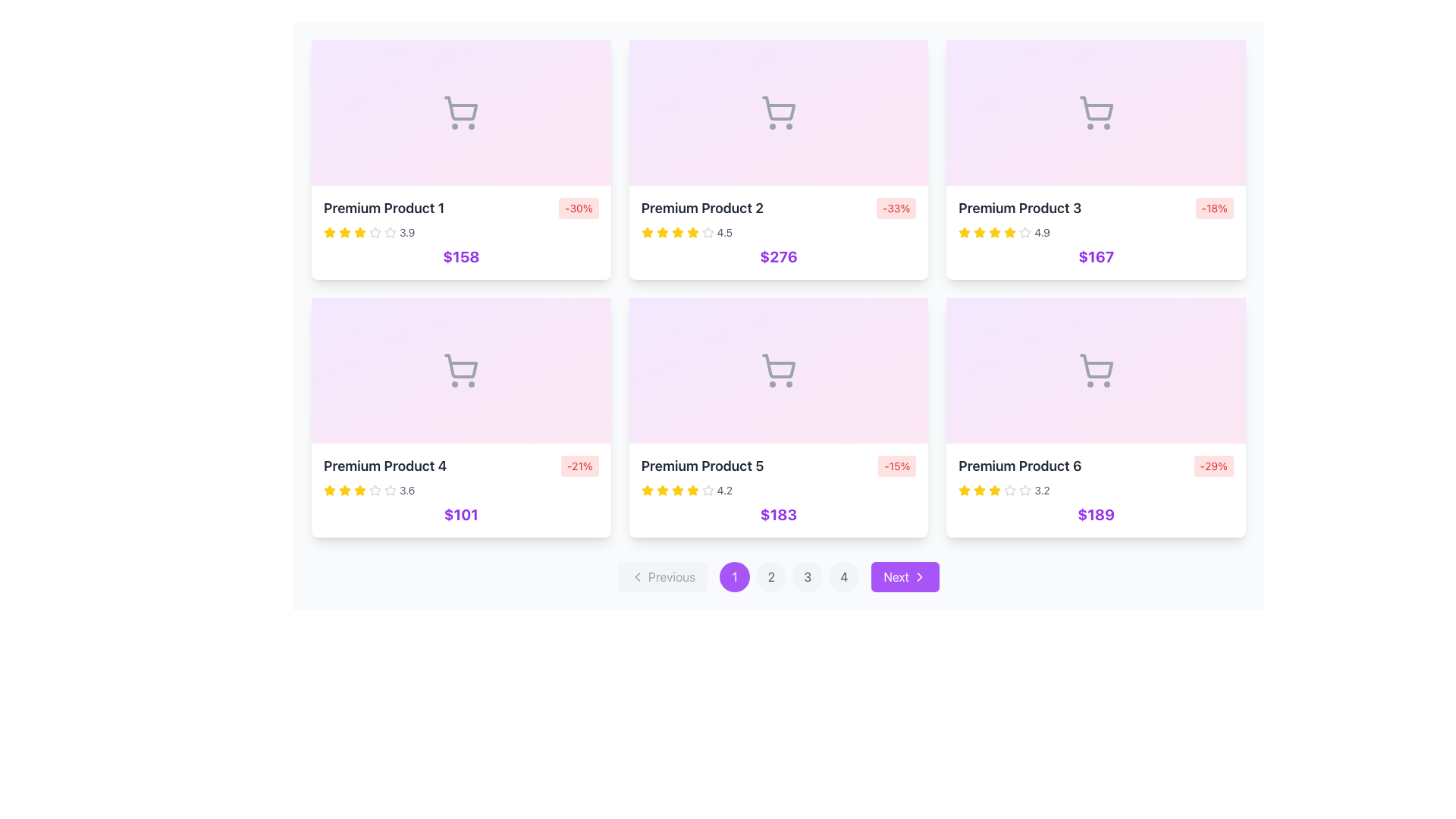  What do you see at coordinates (460, 491) in the screenshot?
I see `the fourth product card in the bottom-left corner of the grid` at bounding box center [460, 491].